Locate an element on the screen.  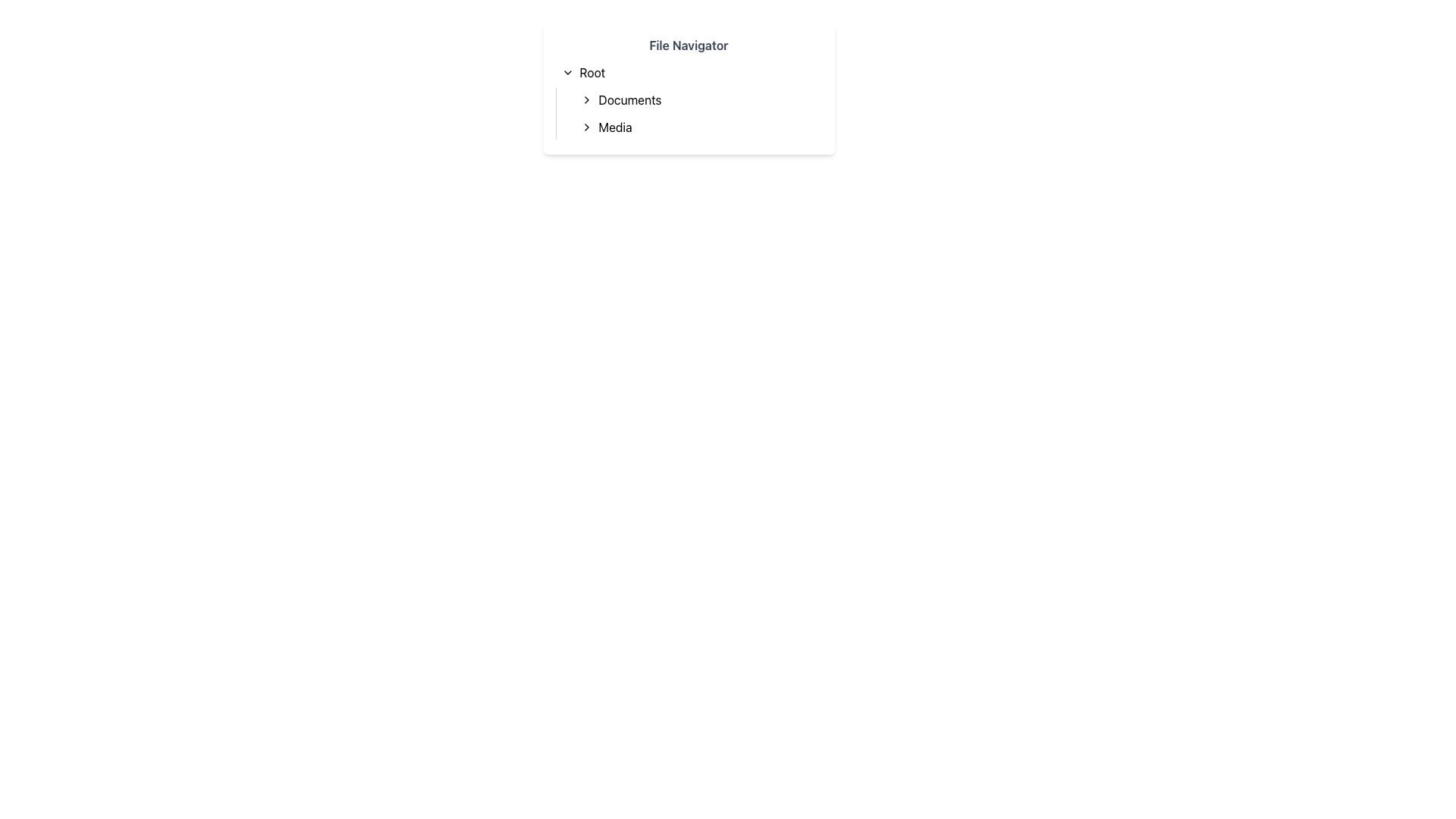
the 'Media' list item located in the file navigation sidebar is located at coordinates (698, 127).